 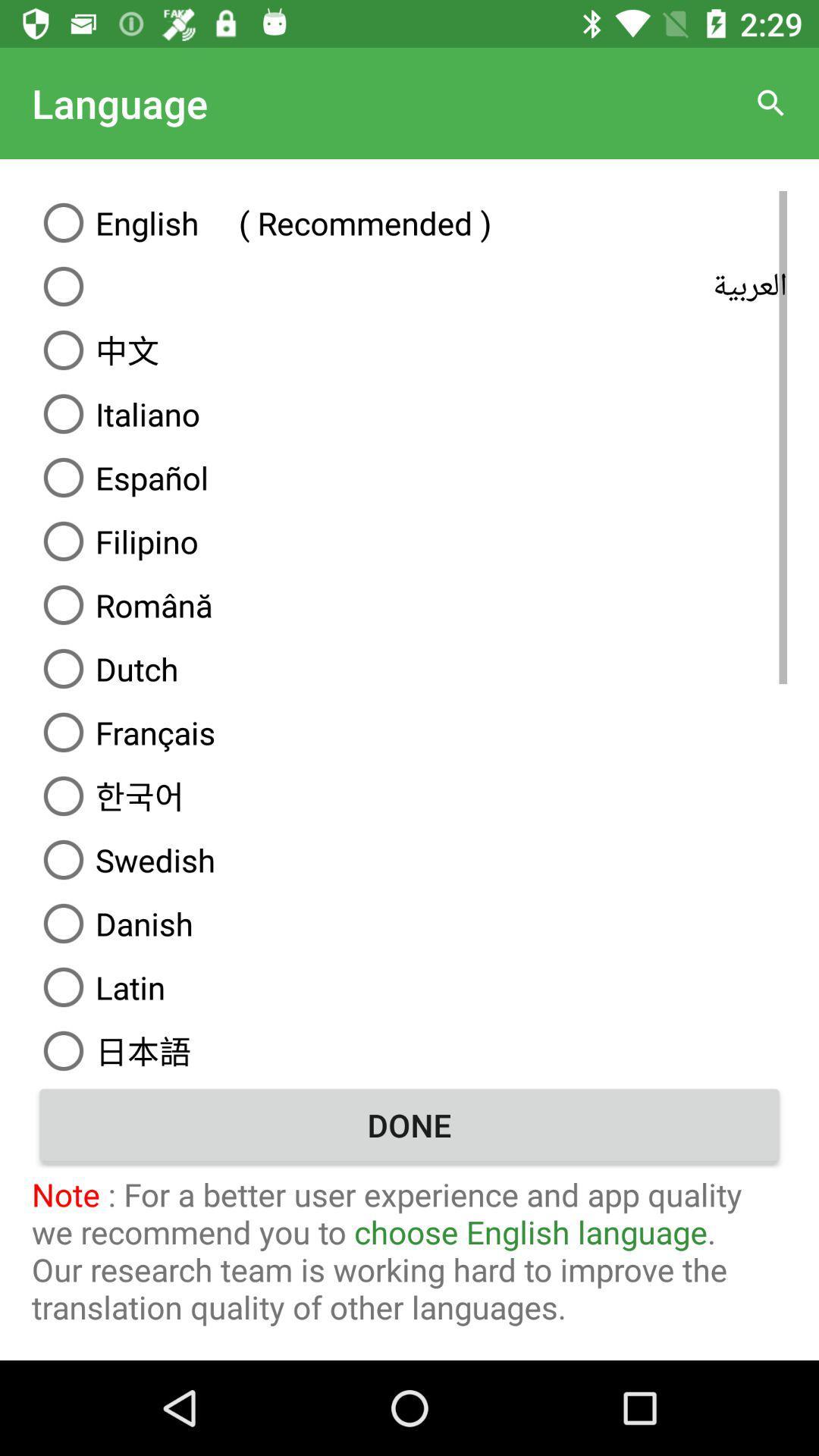 What do you see at coordinates (409, 795) in the screenshot?
I see `option above swedish` at bounding box center [409, 795].